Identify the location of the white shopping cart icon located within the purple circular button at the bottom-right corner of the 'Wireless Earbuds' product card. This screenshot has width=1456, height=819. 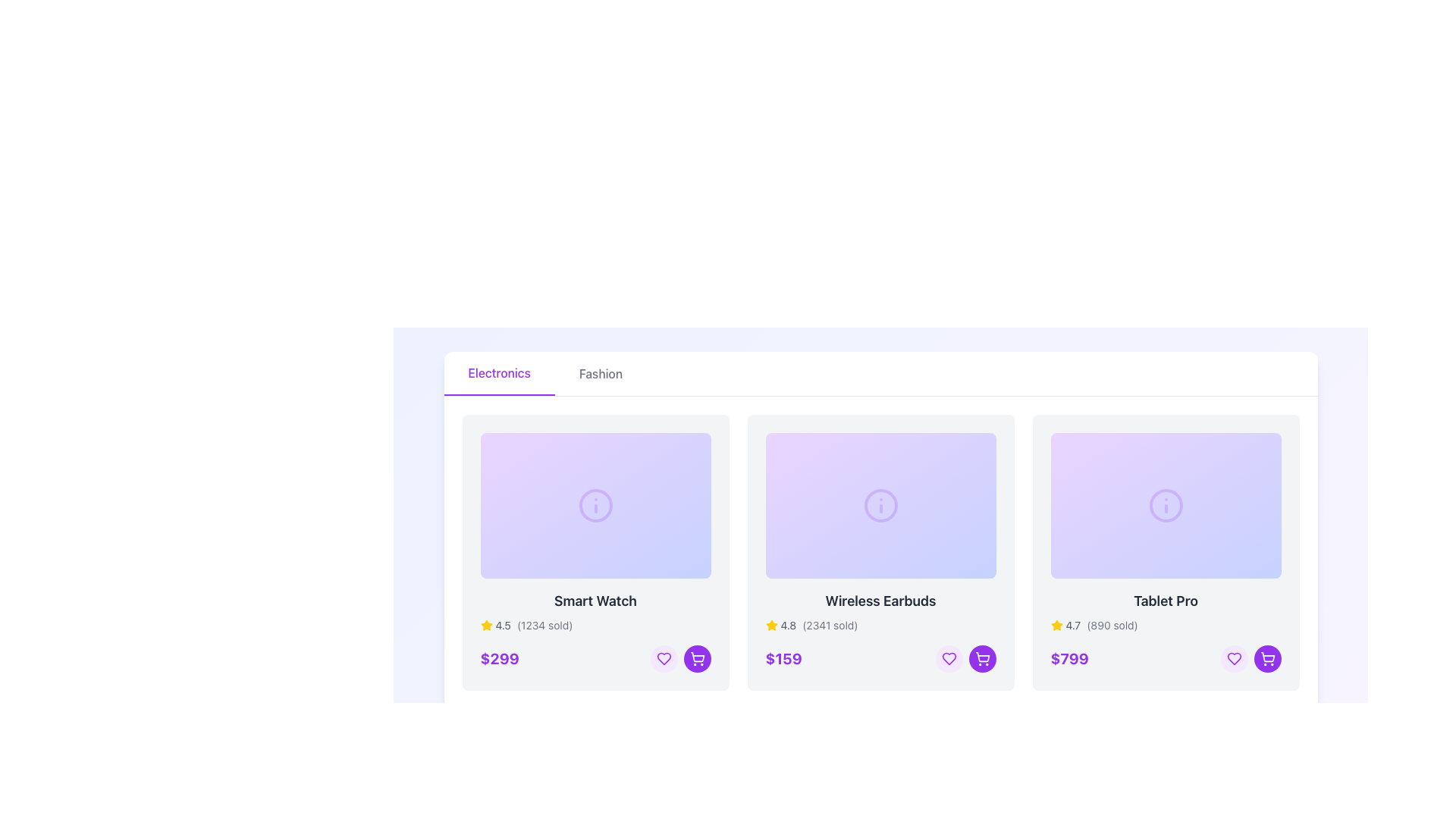
(696, 657).